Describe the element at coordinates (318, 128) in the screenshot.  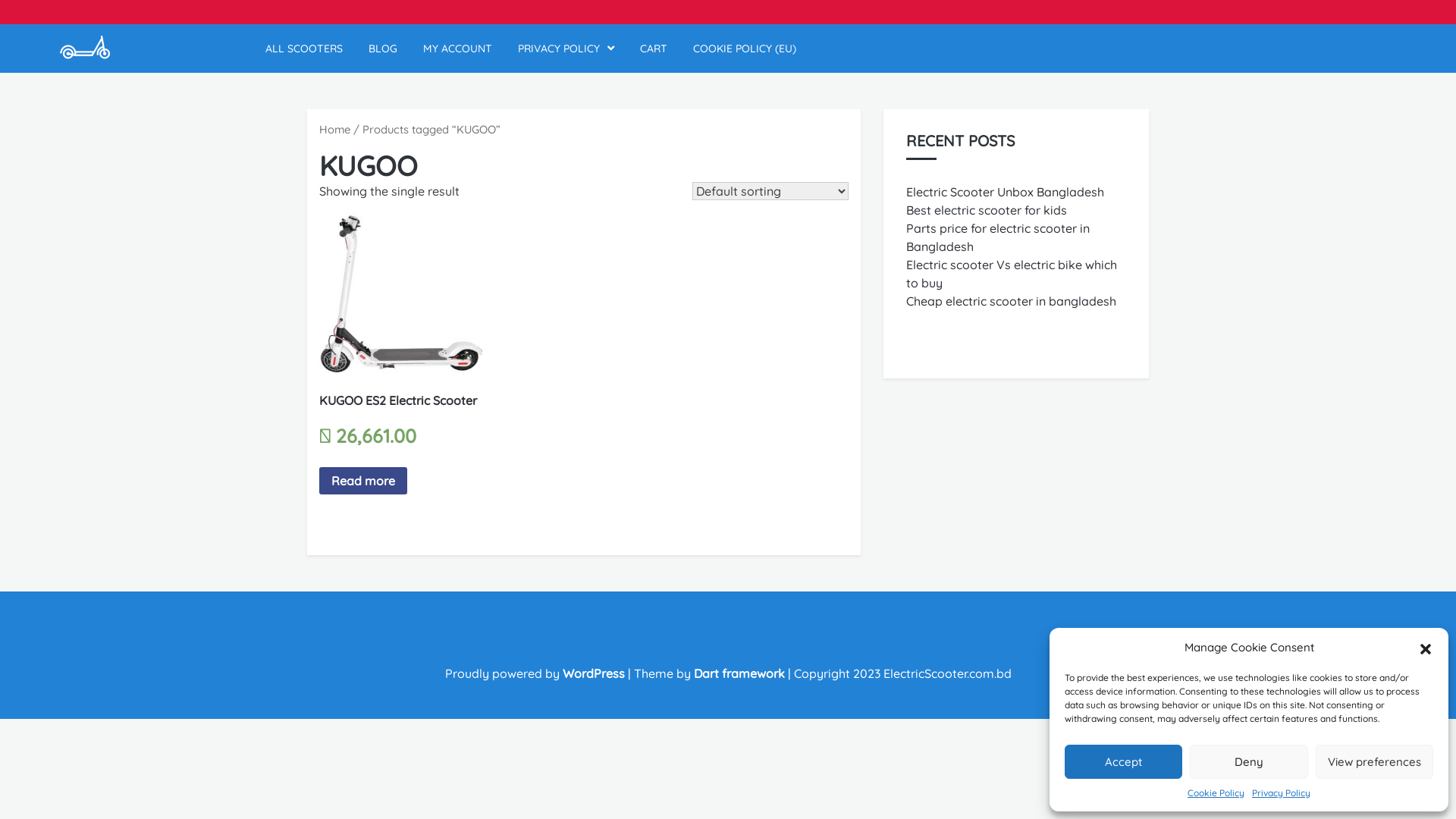
I see `'Home'` at that location.